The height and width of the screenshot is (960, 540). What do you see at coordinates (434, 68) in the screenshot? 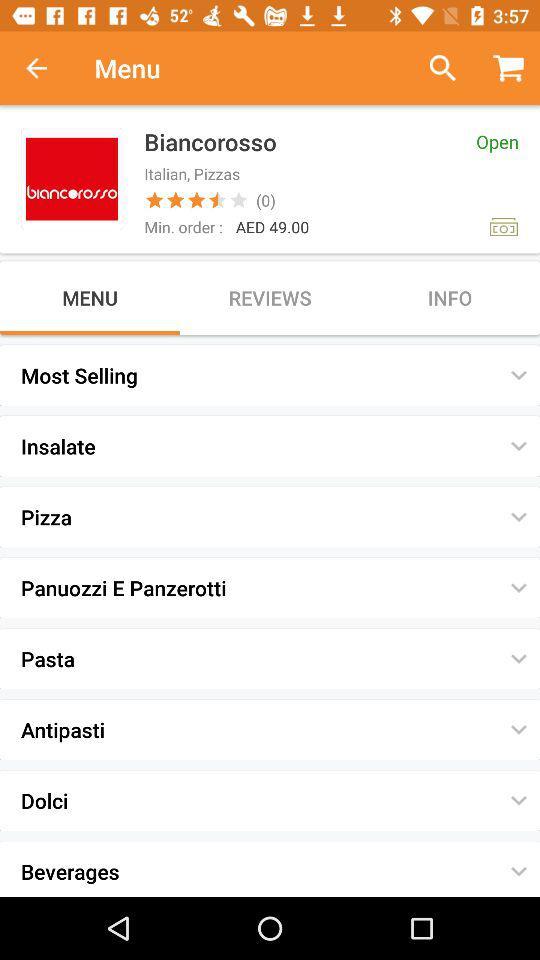
I see `previous` at bounding box center [434, 68].